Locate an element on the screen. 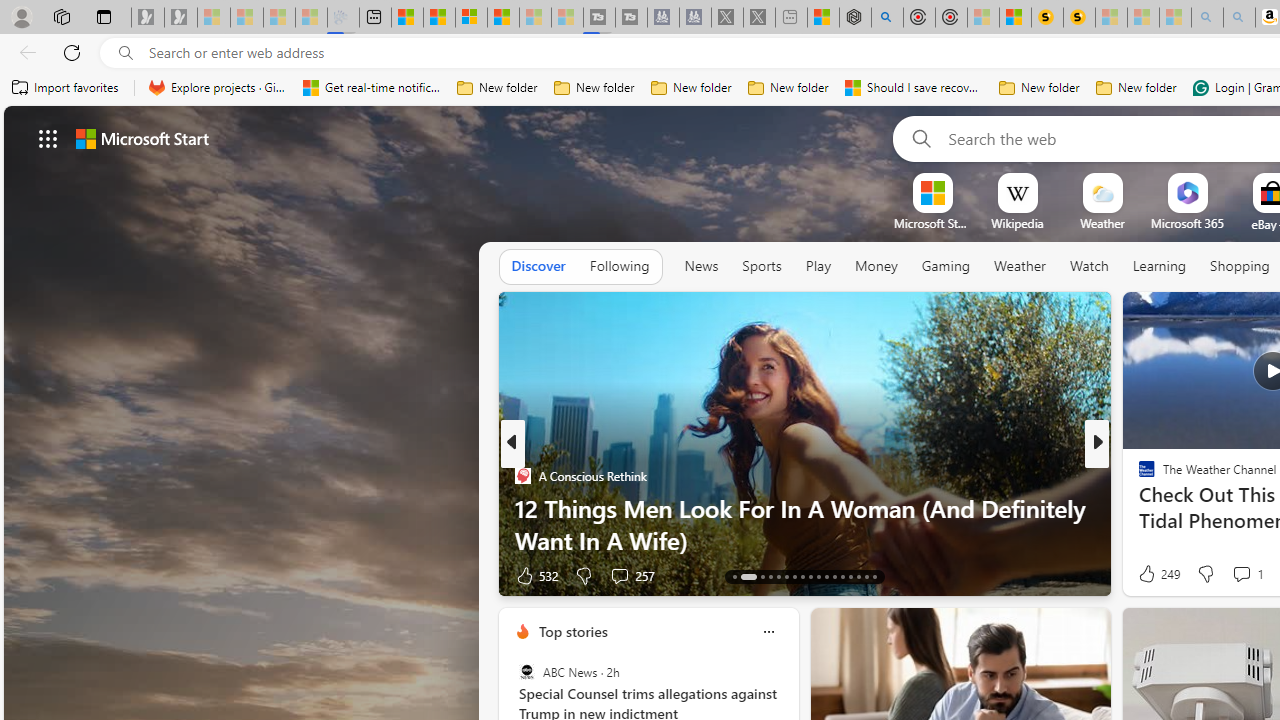 The image size is (1280, 720). 'AutomationID: tab-18' is located at coordinates (785, 577).